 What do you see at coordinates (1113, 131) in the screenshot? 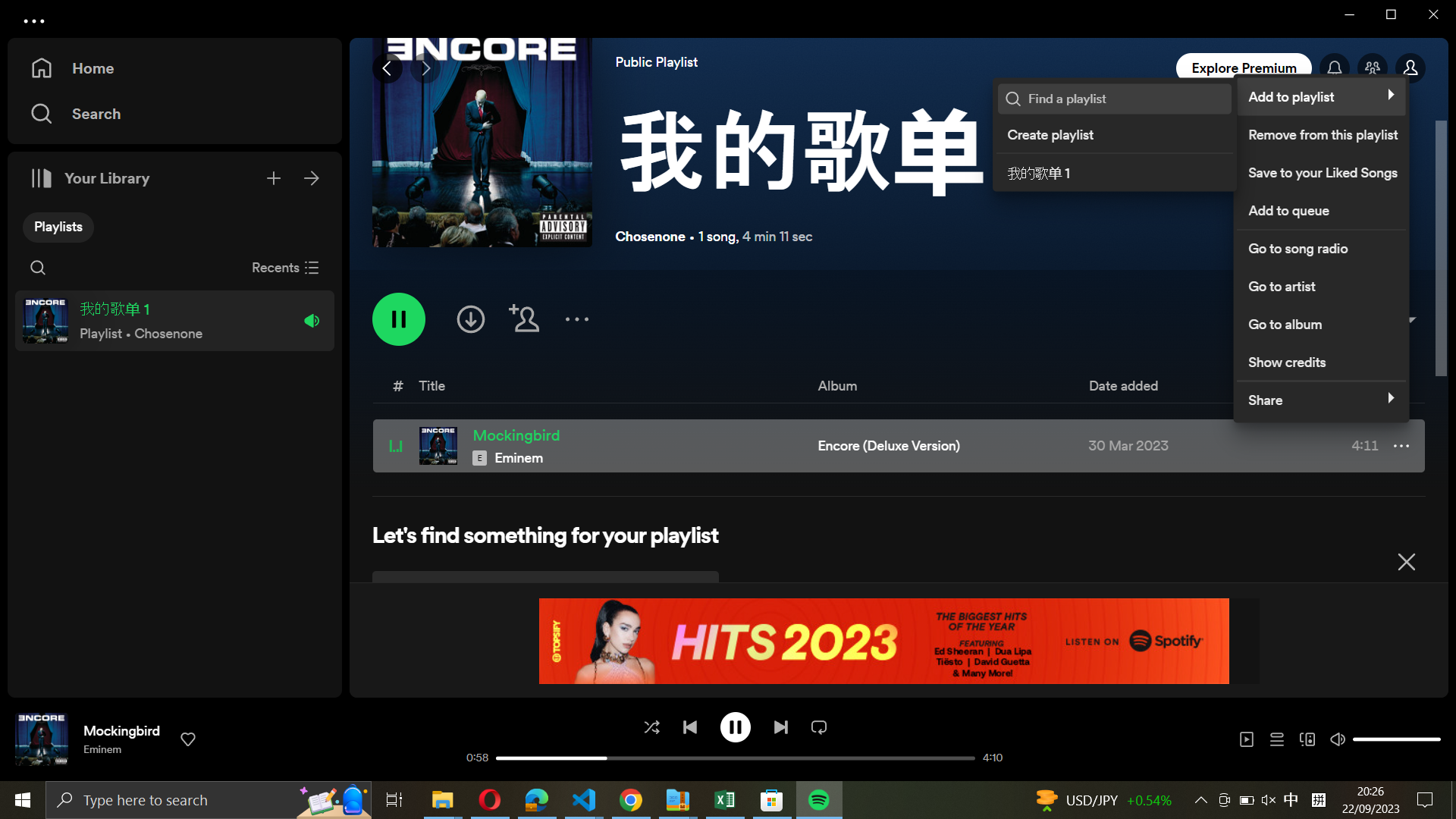
I see `Create a new playlist named "post rock` at bounding box center [1113, 131].